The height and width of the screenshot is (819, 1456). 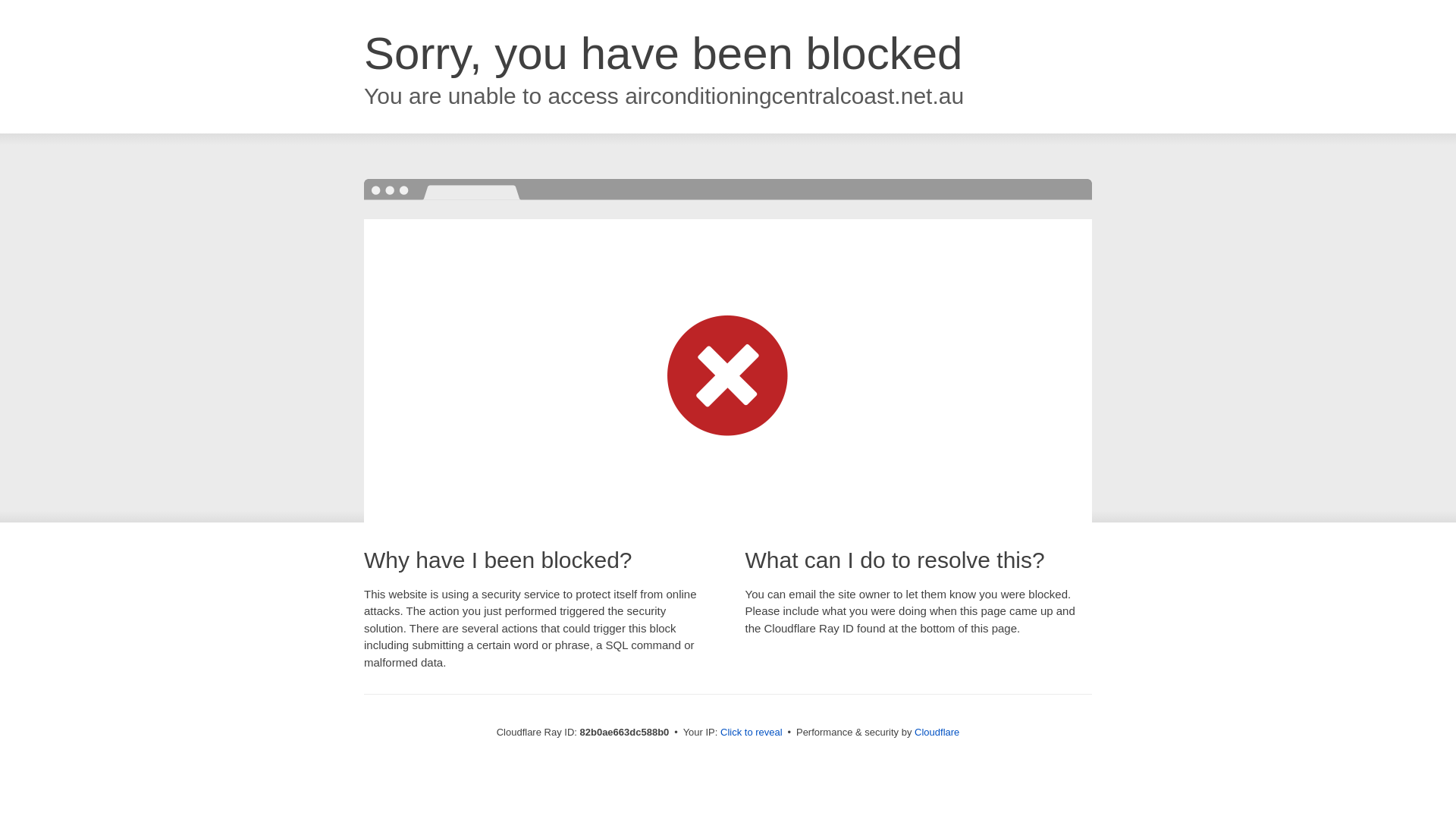 I want to click on 'Click to reveal', so click(x=751, y=731).